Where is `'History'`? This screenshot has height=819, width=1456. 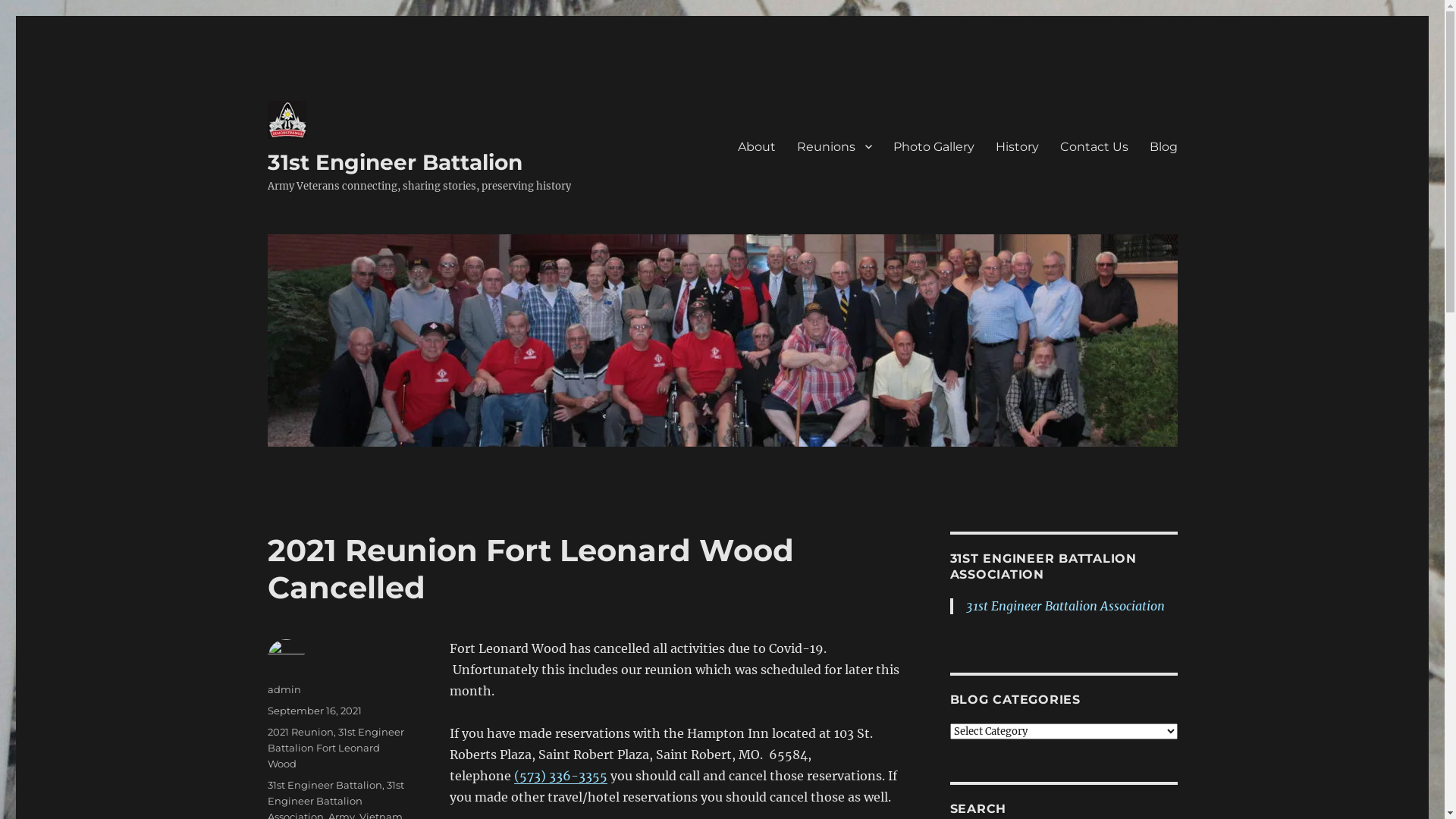 'History' is located at coordinates (1016, 146).